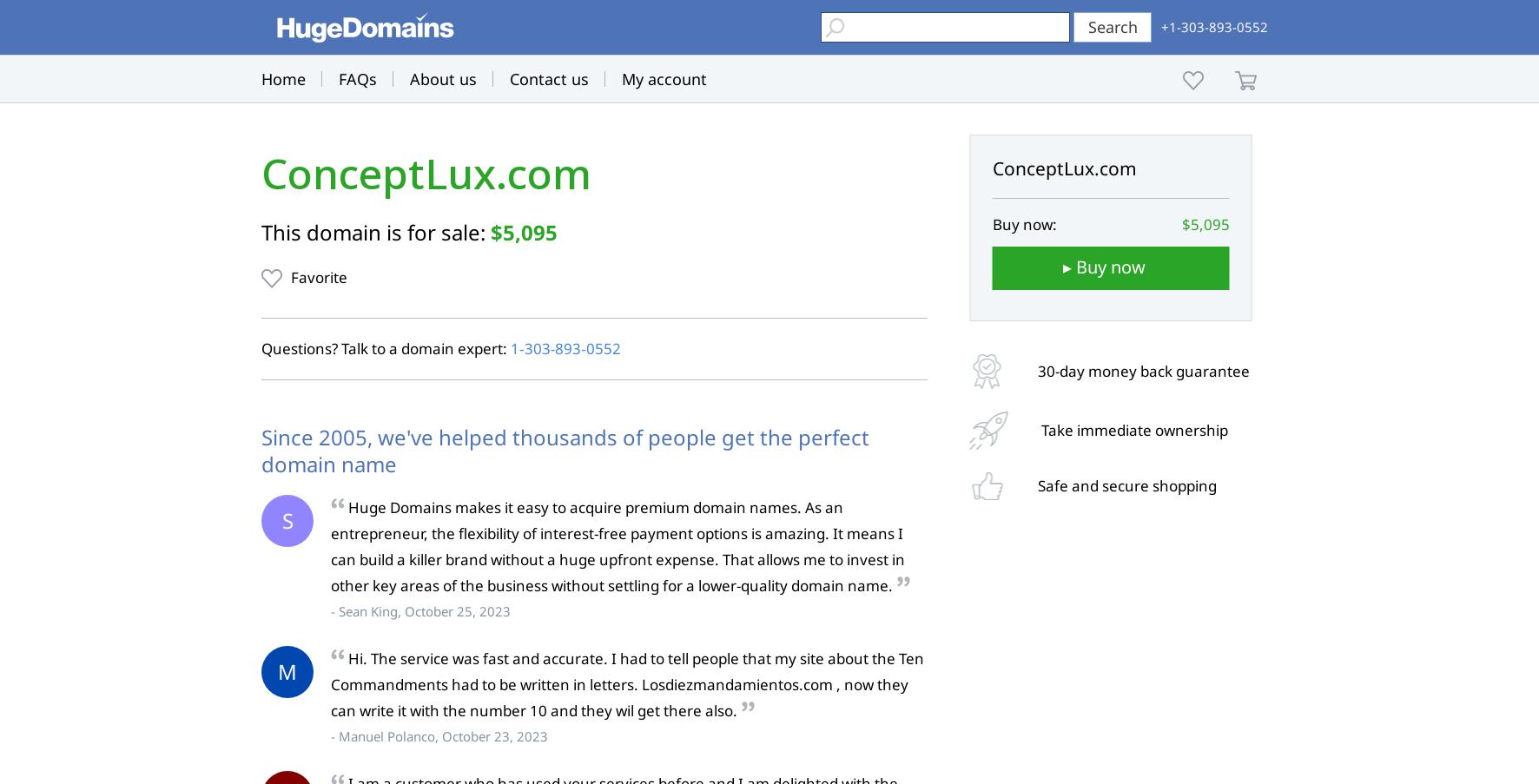 Image resolution: width=1539 pixels, height=784 pixels. What do you see at coordinates (439, 736) in the screenshot?
I see `'- Manuel Polanco, October 23, 2023'` at bounding box center [439, 736].